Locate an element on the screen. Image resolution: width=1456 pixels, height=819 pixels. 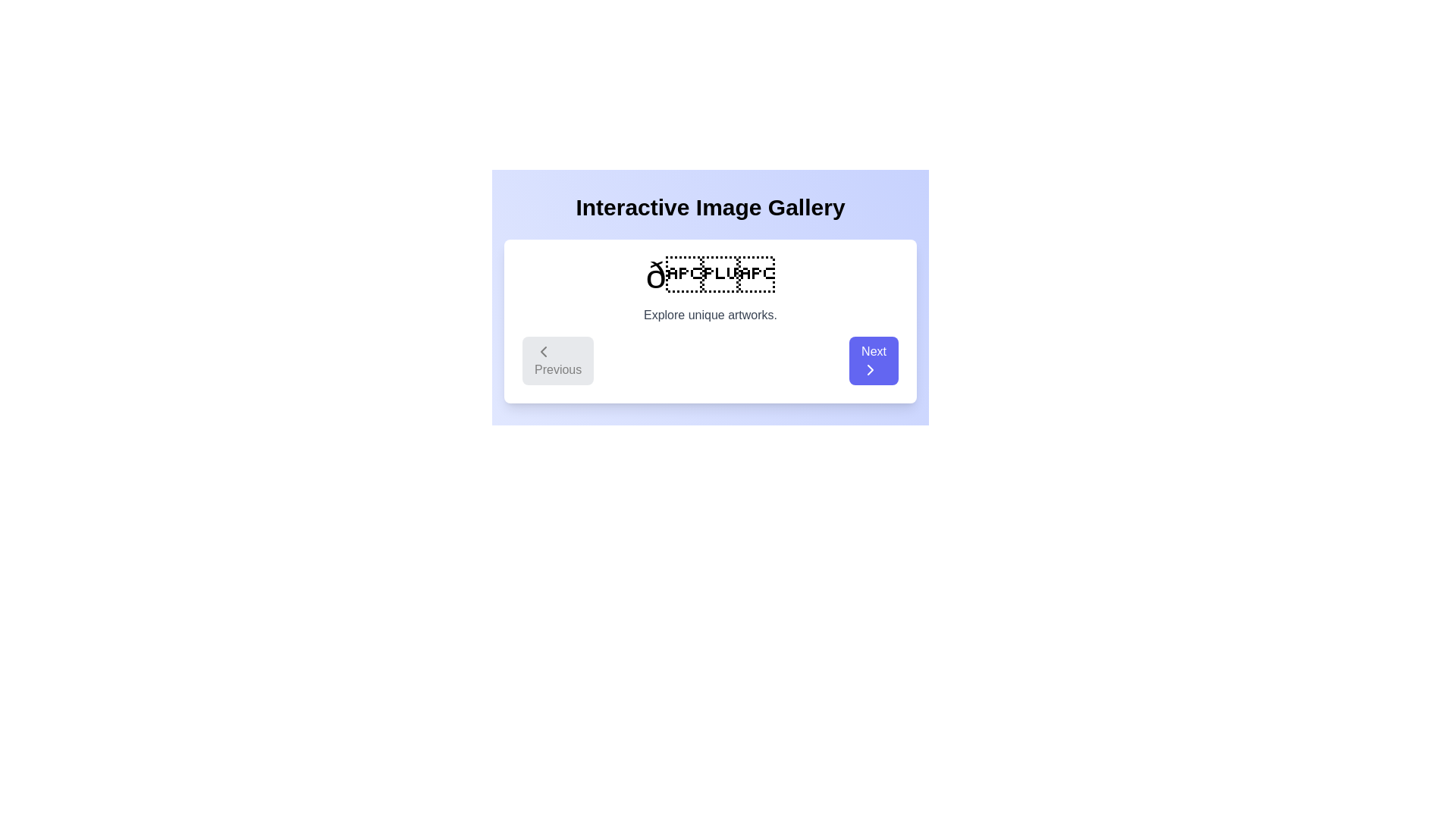
the Next button to navigate the gallery is located at coordinates (874, 360).